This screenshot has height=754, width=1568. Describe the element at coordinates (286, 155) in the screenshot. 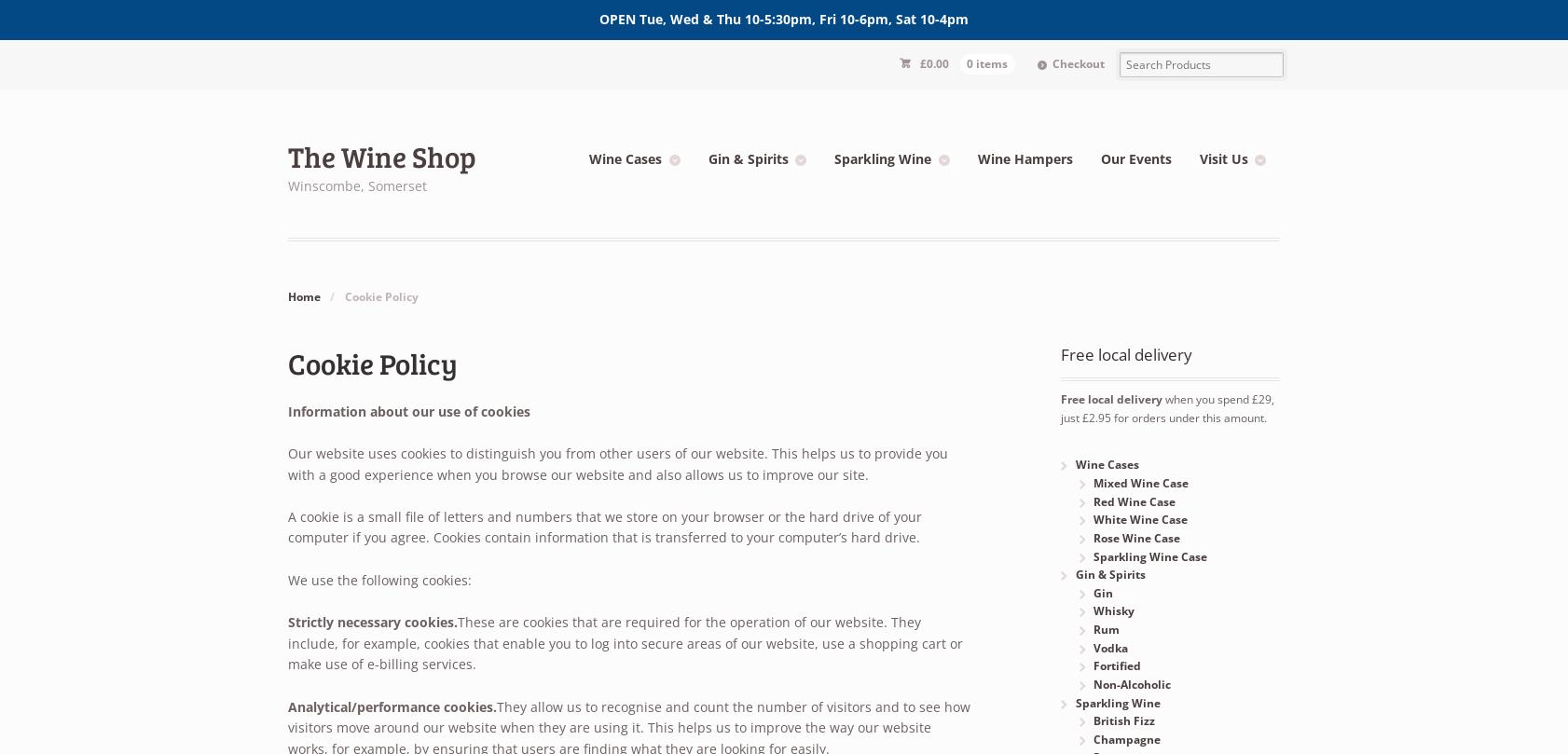

I see `'The Wine Shop'` at that location.